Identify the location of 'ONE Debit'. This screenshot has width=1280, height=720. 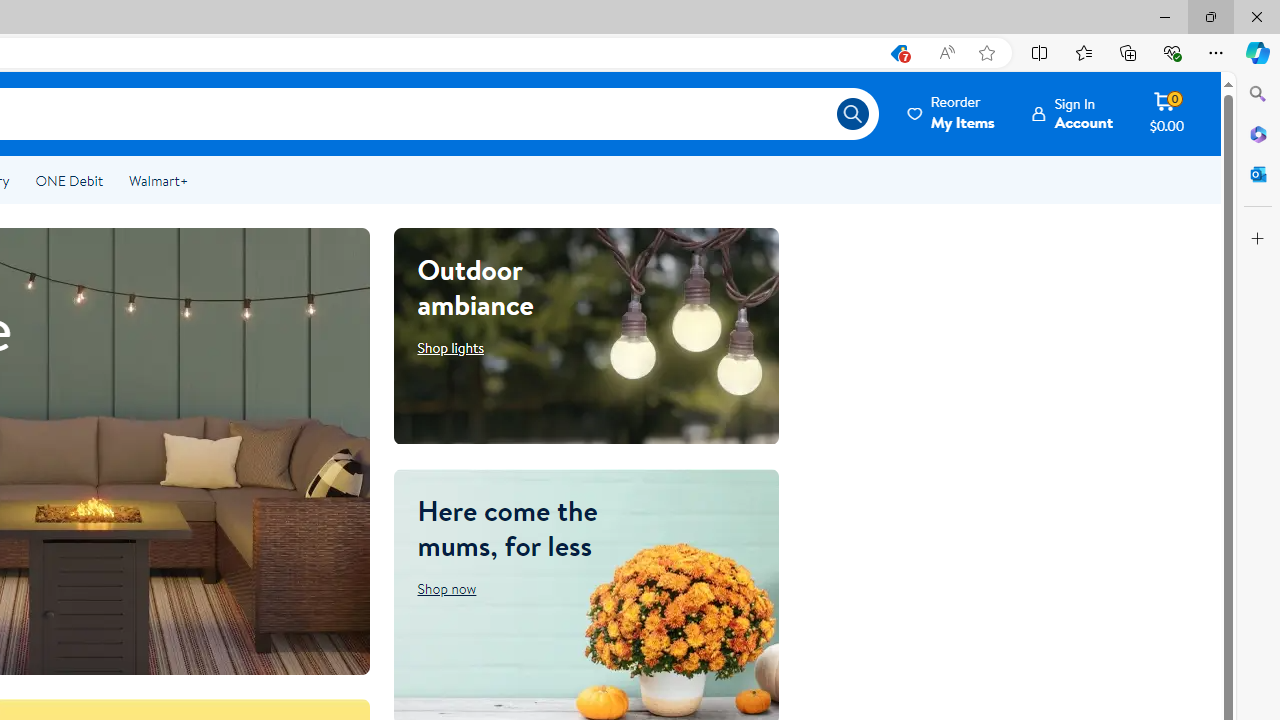
(69, 181).